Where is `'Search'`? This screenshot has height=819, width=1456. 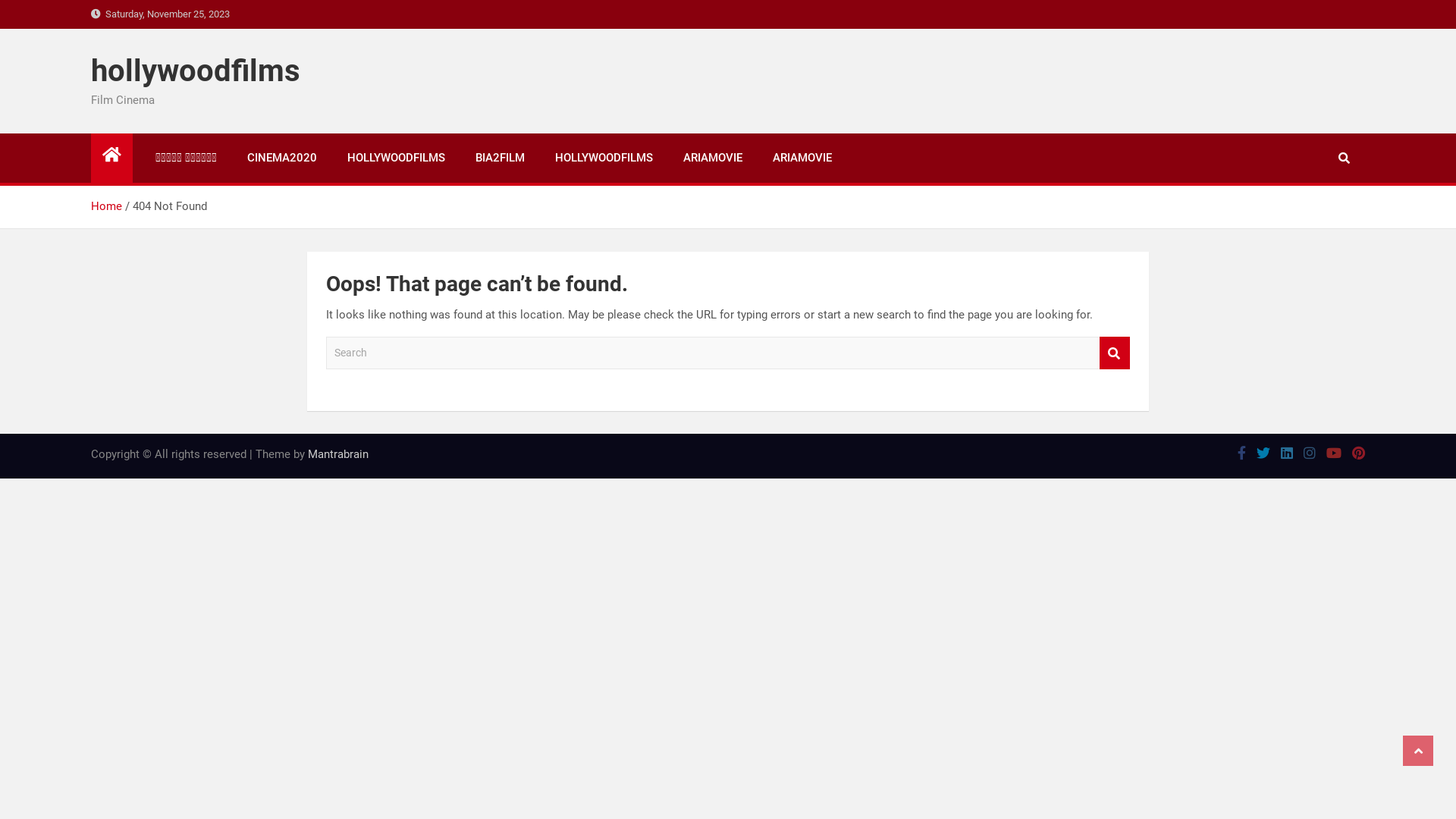
'Search' is located at coordinates (1114, 353).